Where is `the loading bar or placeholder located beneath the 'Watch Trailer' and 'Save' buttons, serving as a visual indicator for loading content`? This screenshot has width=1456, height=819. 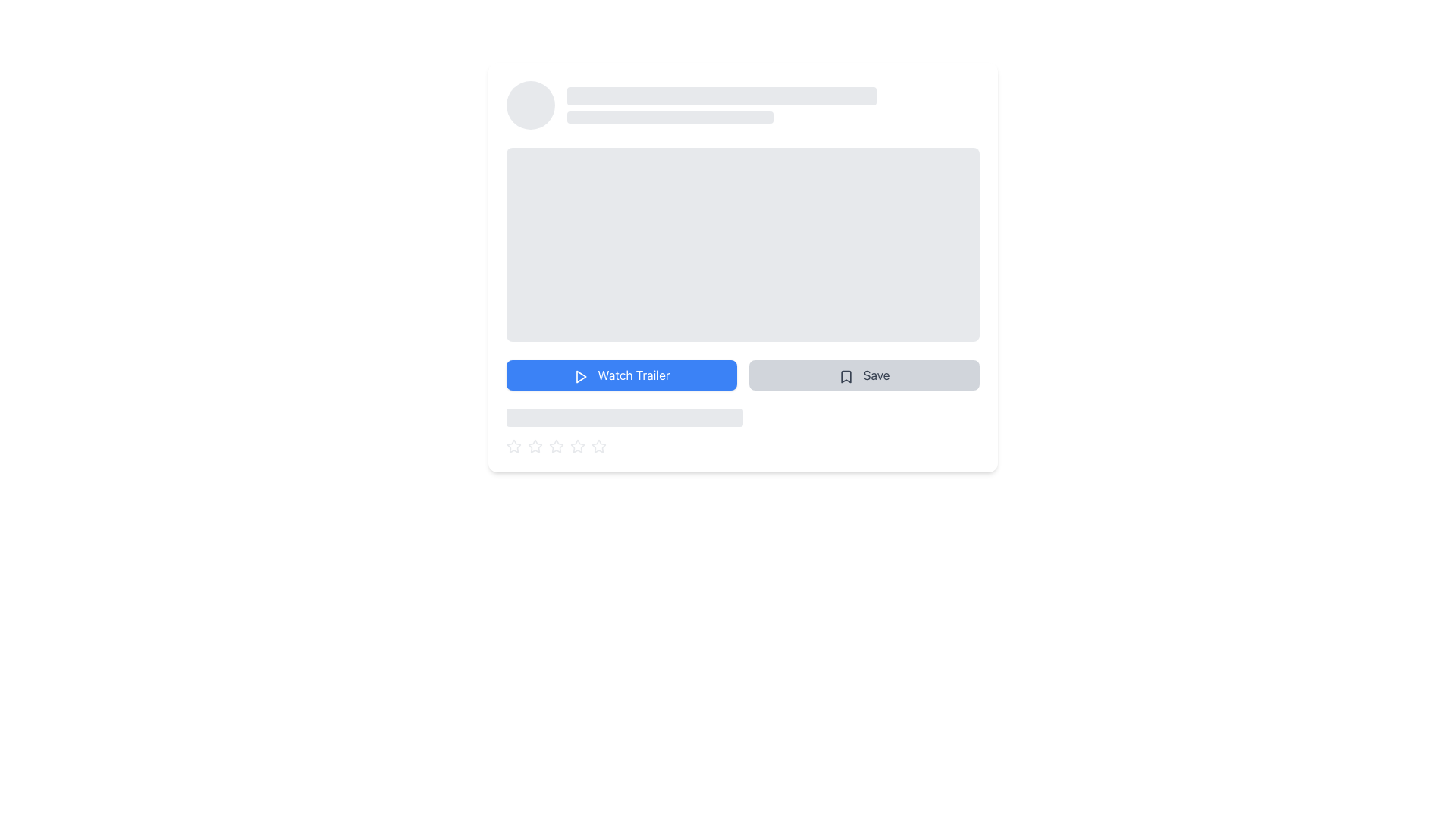 the loading bar or placeholder located beneath the 'Watch Trailer' and 'Save' buttons, serving as a visual indicator for loading content is located at coordinates (625, 418).